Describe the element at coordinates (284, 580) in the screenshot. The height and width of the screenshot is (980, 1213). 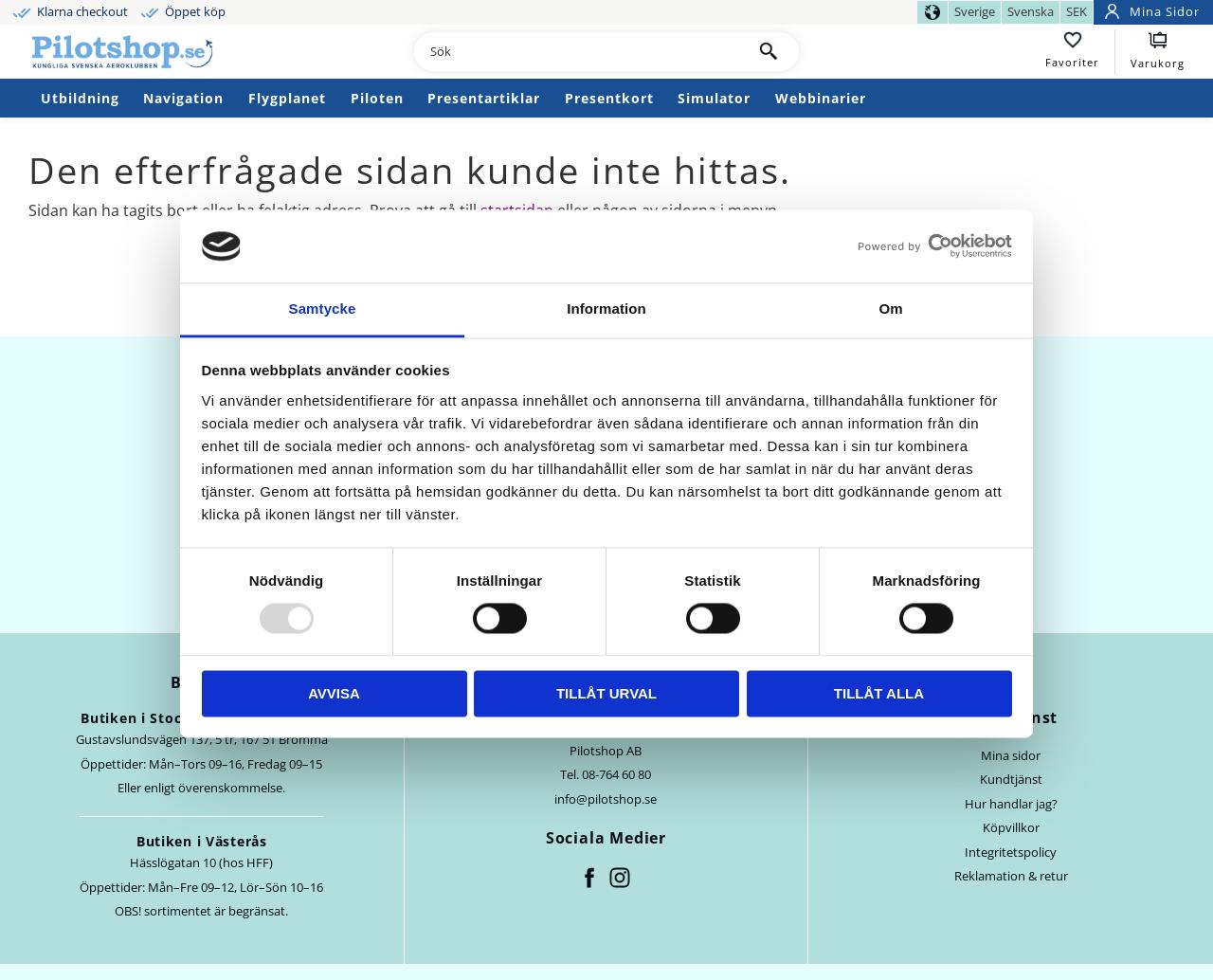
I see `'Nödvändig'` at that location.